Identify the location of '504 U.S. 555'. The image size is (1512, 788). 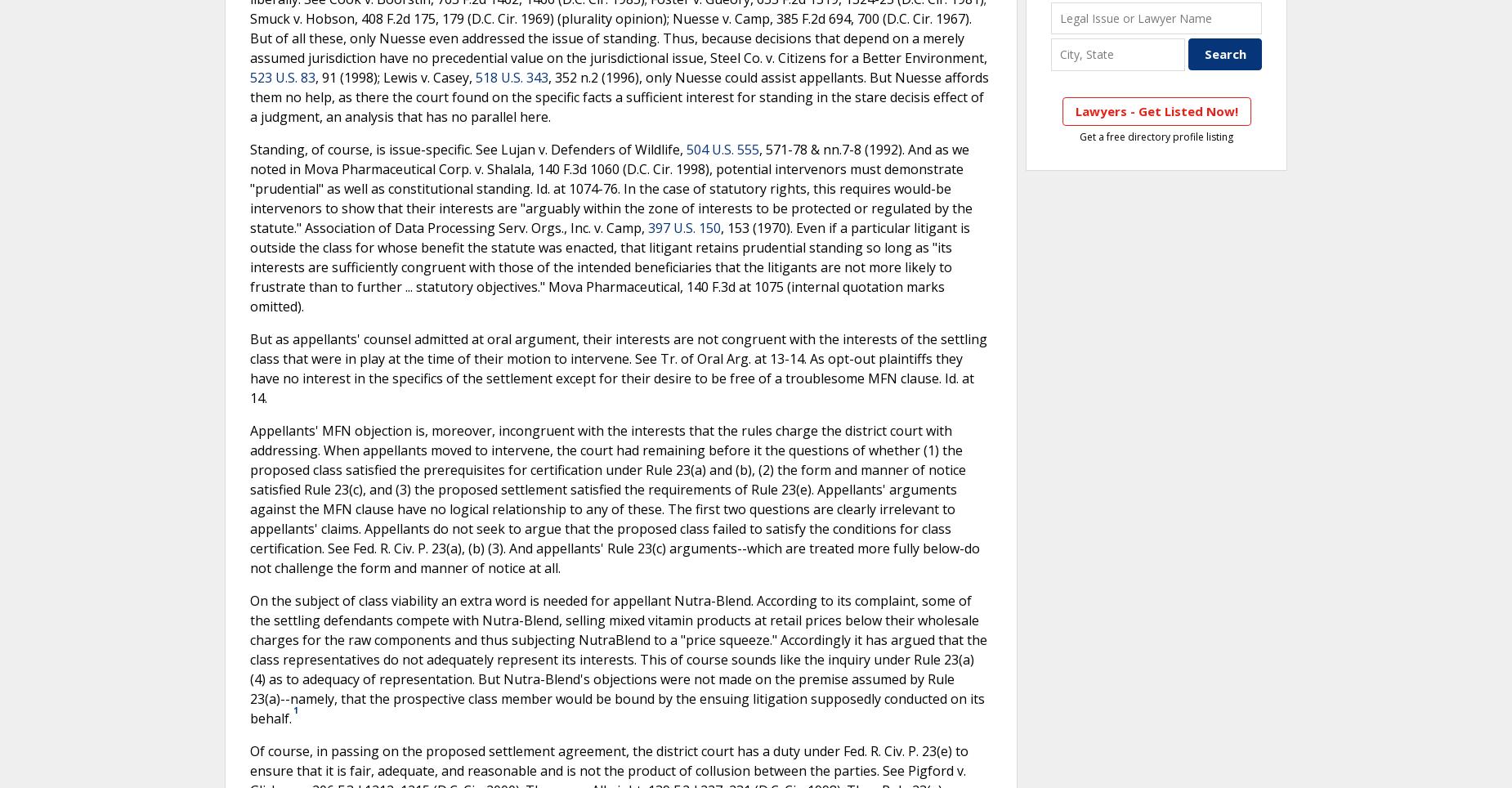
(687, 148).